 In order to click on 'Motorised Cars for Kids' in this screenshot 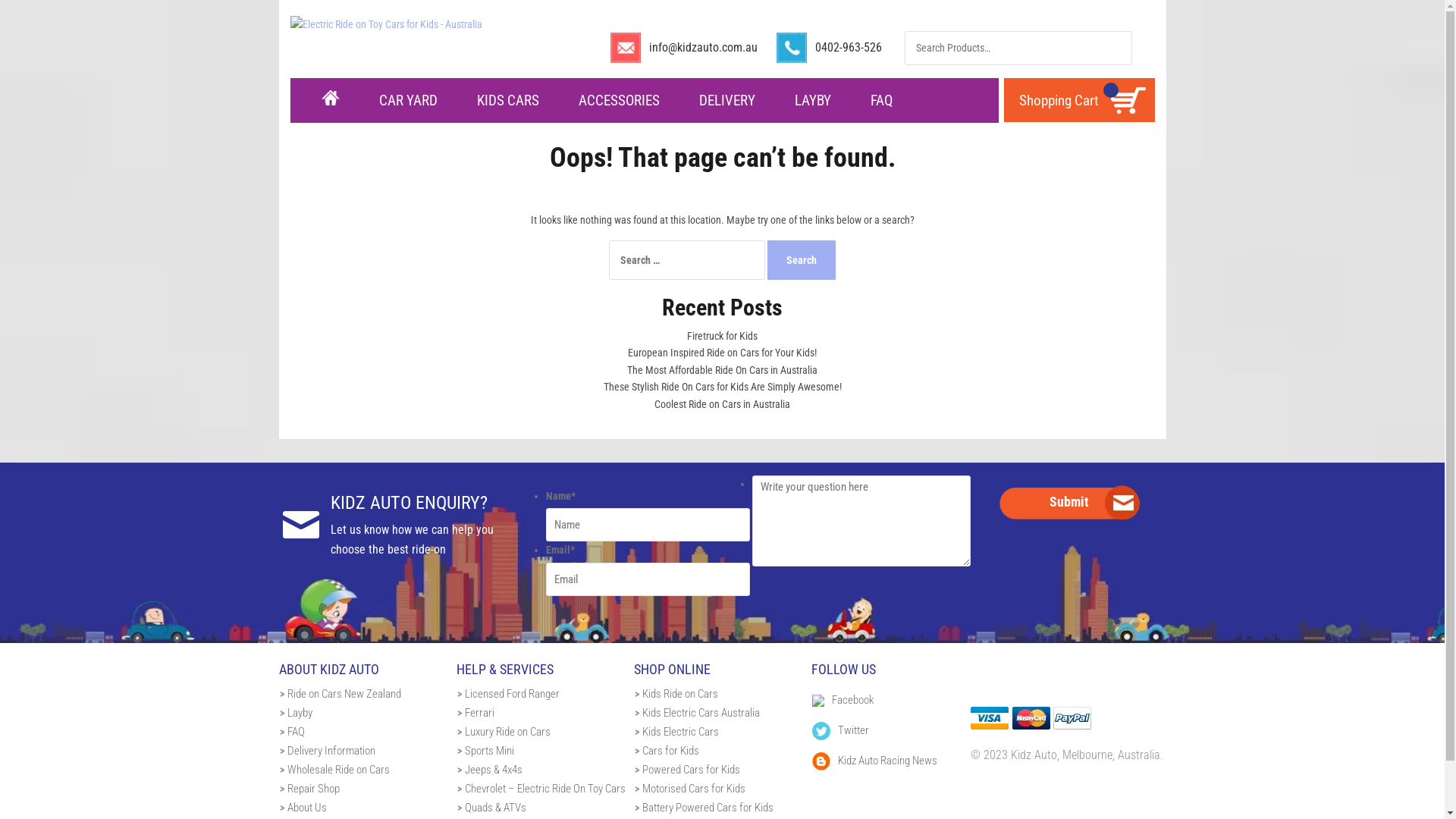, I will do `click(692, 788)`.